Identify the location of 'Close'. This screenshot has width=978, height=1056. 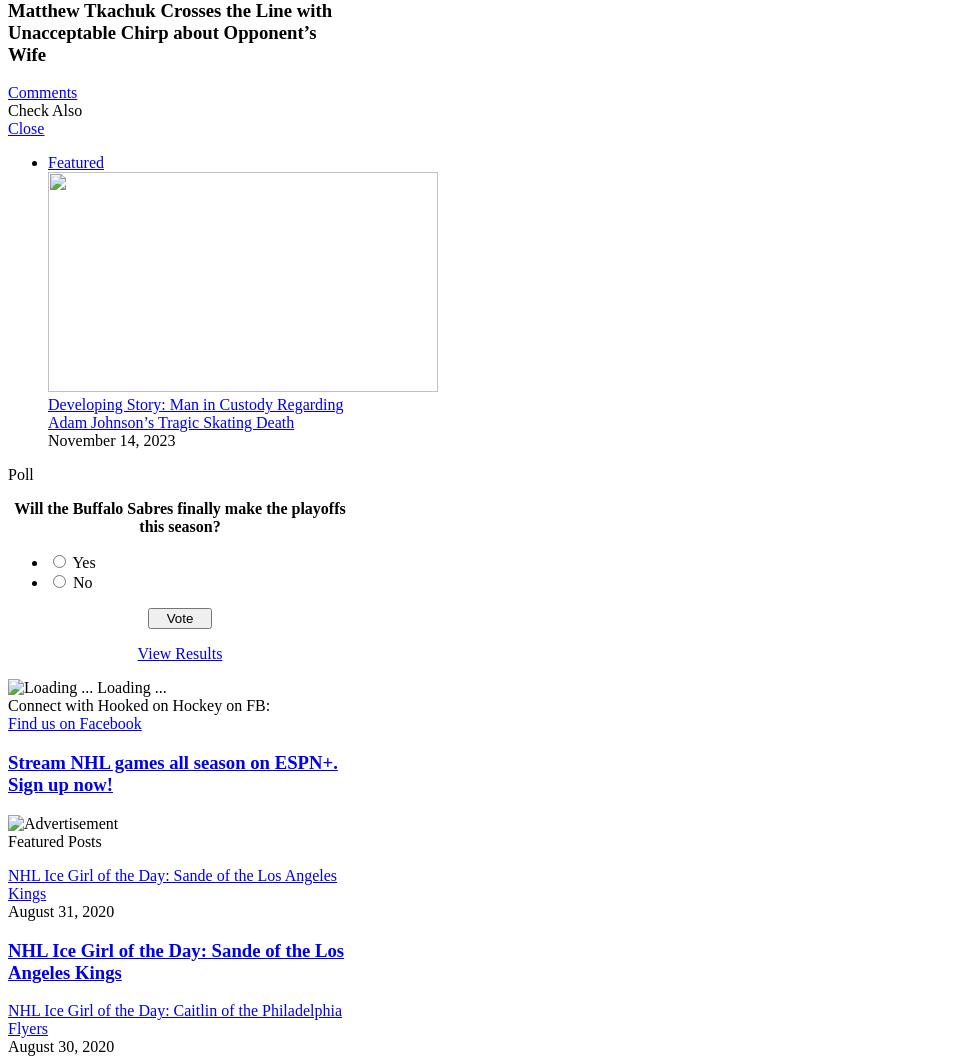
(8, 127).